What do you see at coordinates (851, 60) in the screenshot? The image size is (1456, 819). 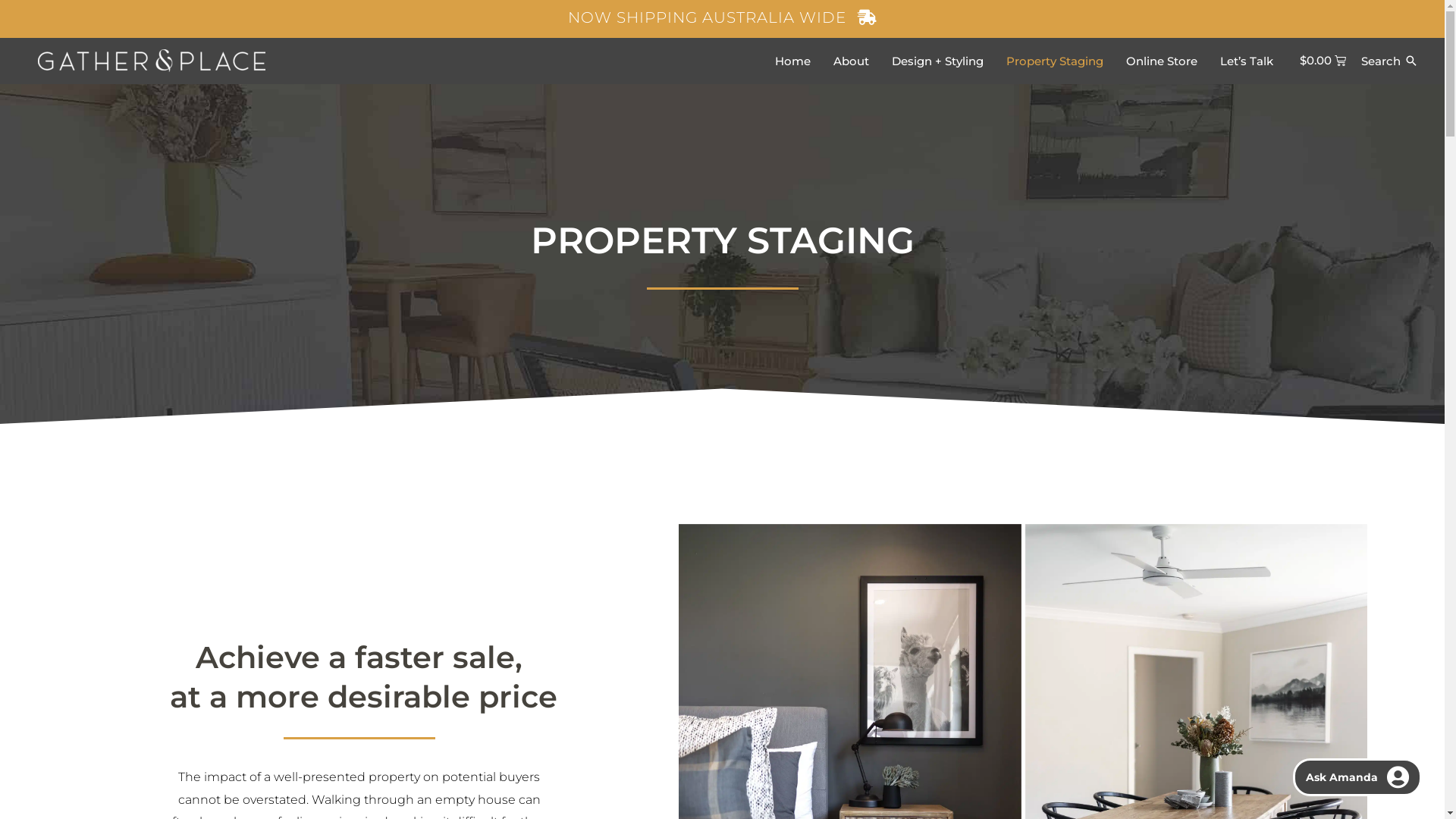 I see `'About'` at bounding box center [851, 60].